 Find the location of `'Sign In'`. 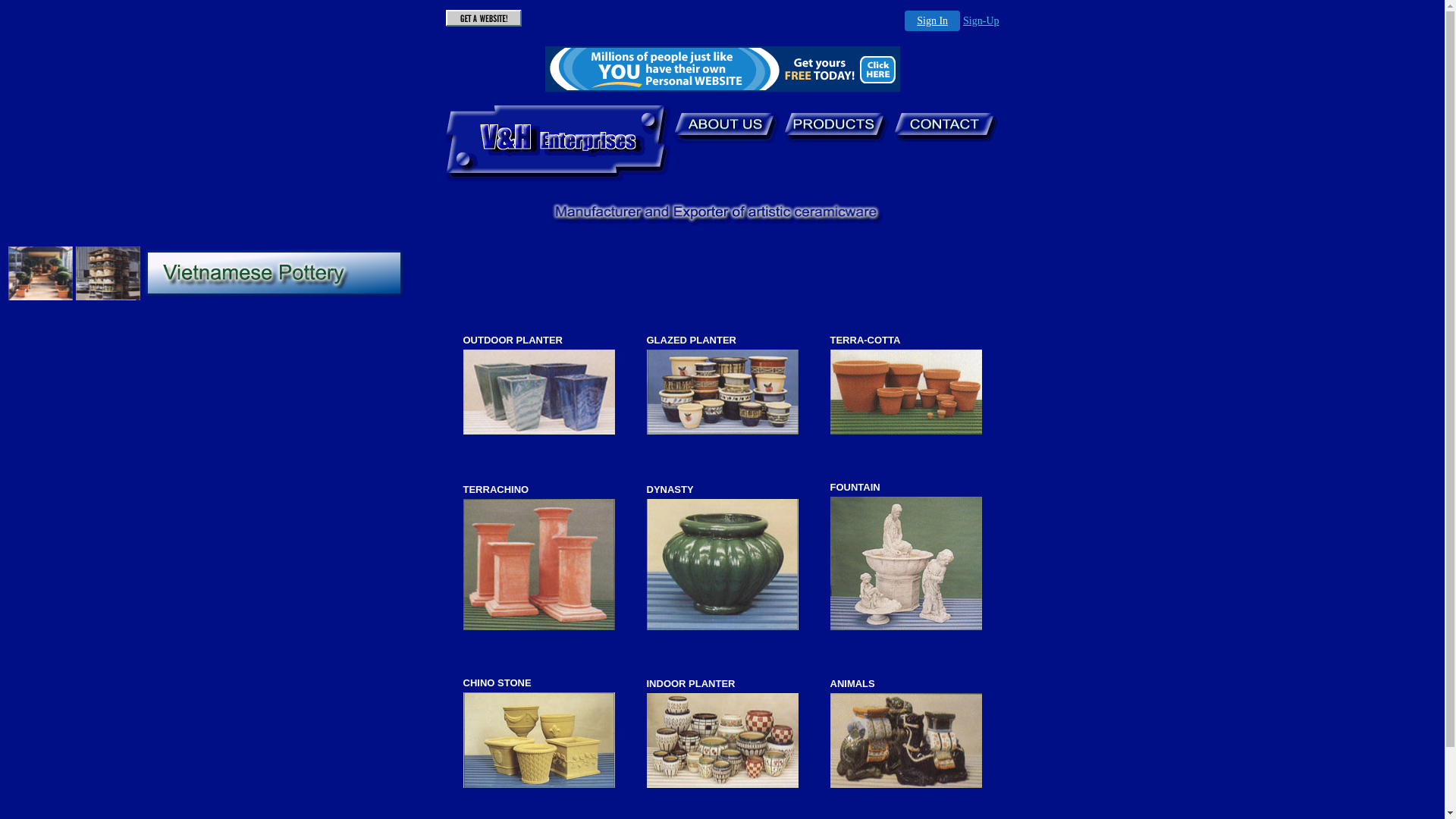

'Sign In' is located at coordinates (931, 20).